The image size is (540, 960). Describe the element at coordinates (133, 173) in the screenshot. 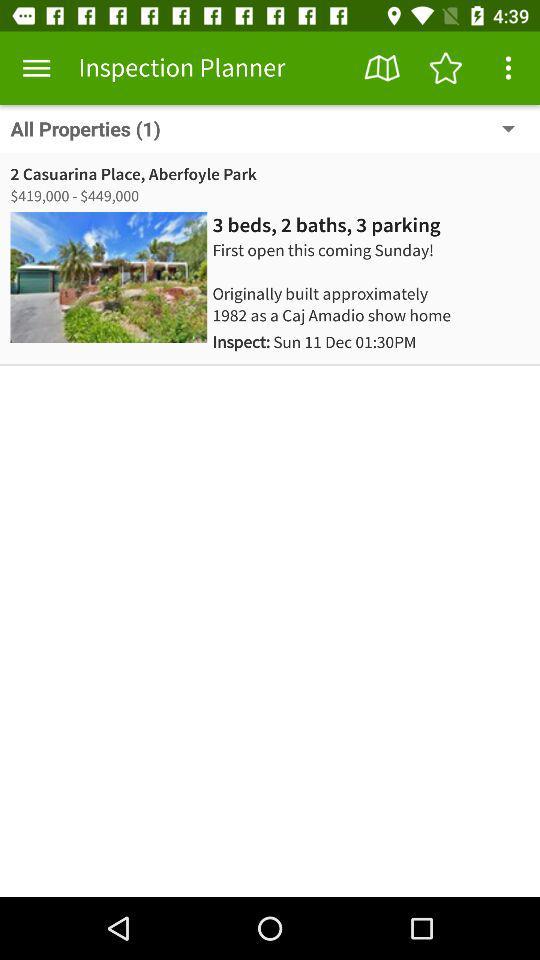

I see `2 casuarina place` at that location.